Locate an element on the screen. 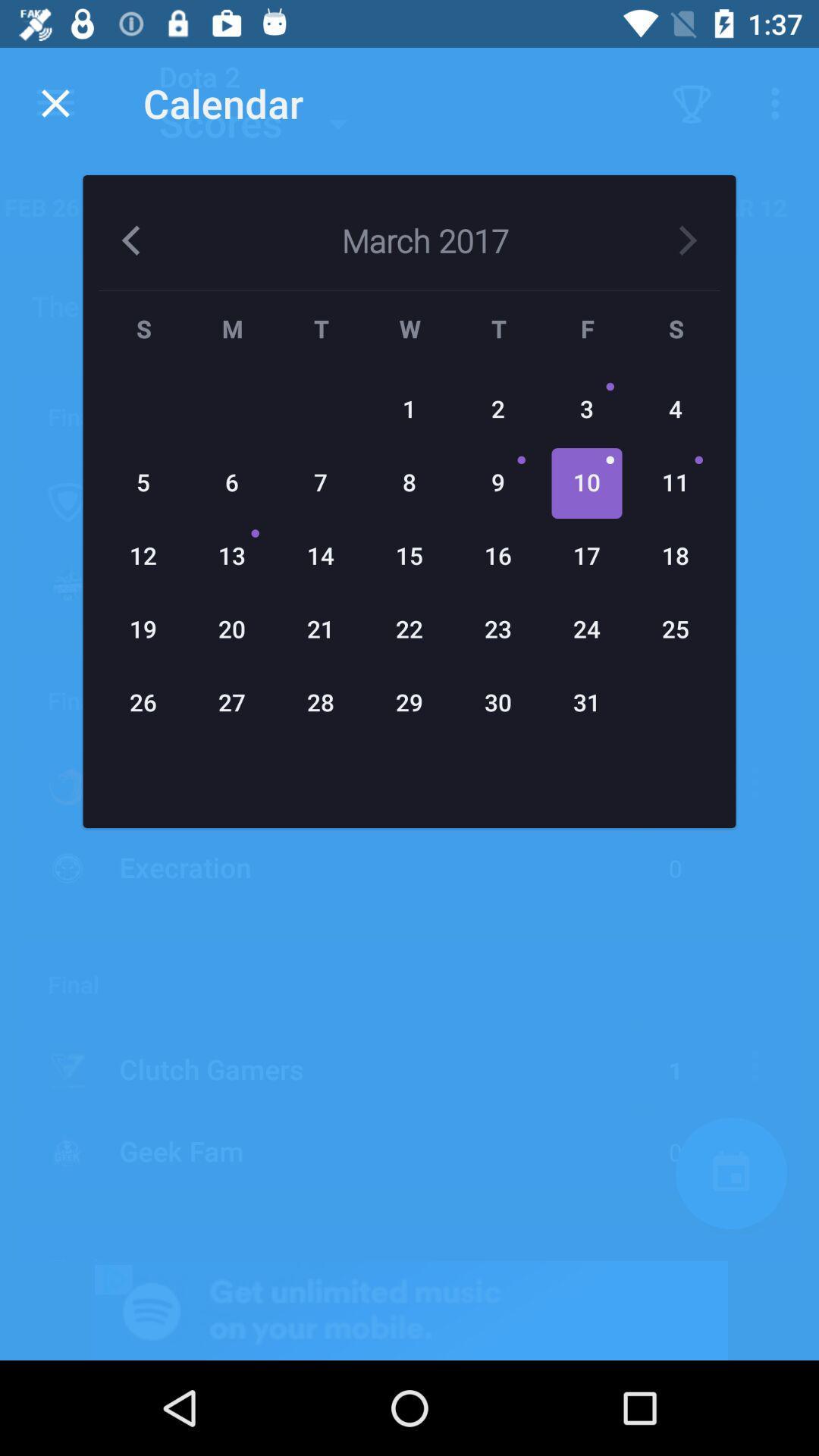 The height and width of the screenshot is (1456, 819). close is located at coordinates (55, 102).